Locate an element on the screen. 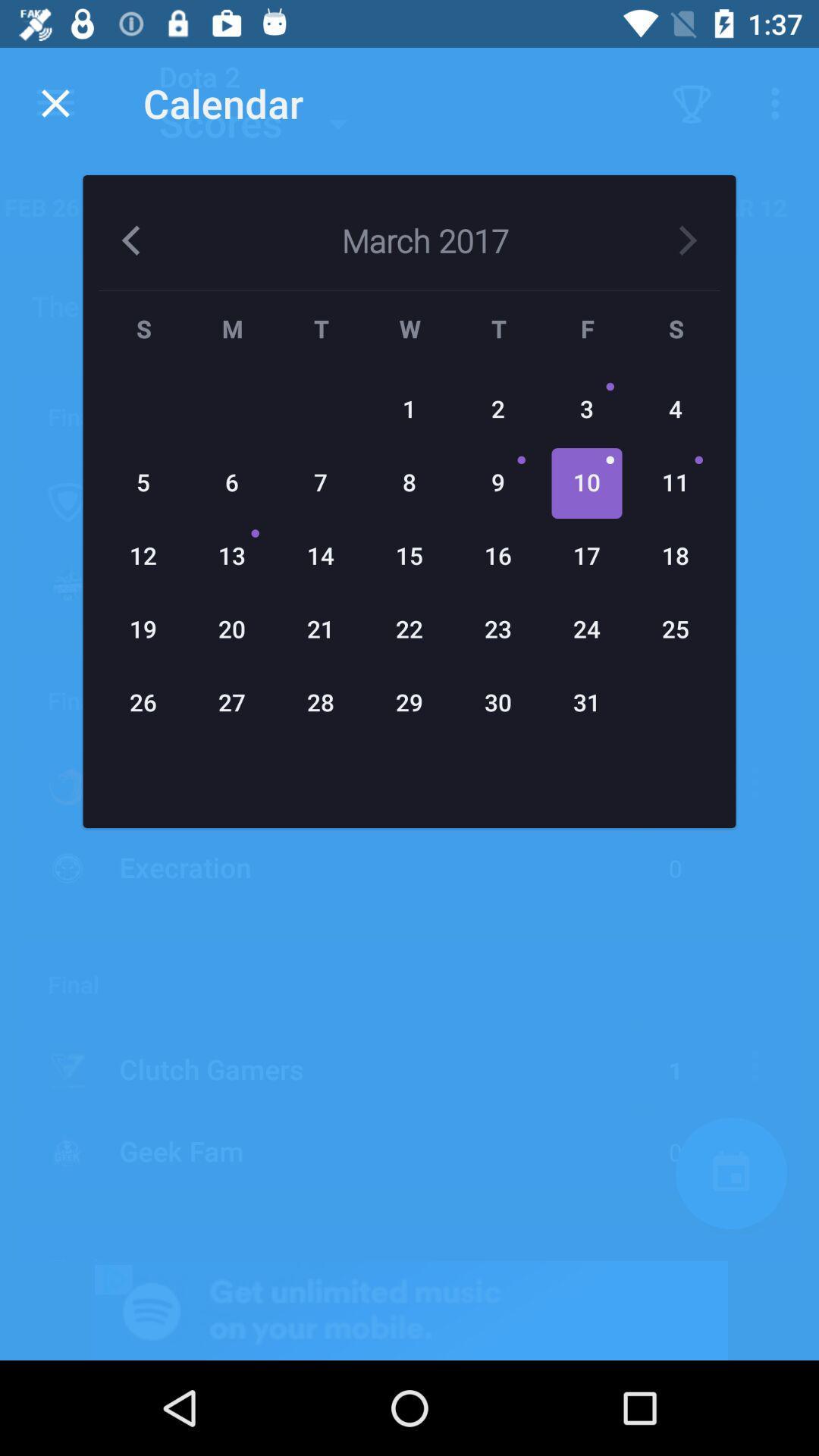 The height and width of the screenshot is (1456, 819). close is located at coordinates (55, 102).